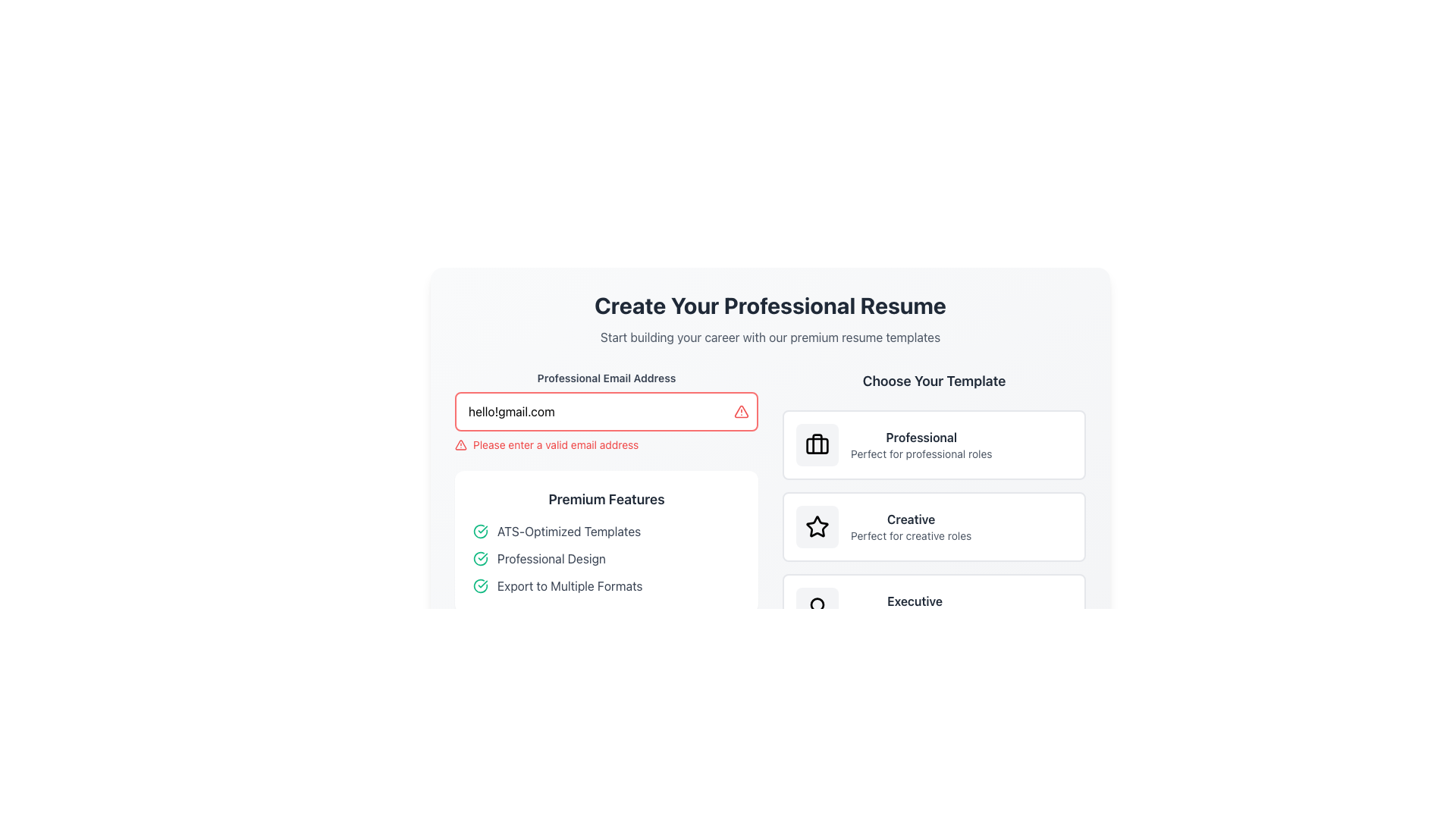 The height and width of the screenshot is (819, 1456). I want to click on text block displaying 'Creative' and 'Perfect for creative roles', which is the second template option under 'Choose Your Template', so click(910, 526).